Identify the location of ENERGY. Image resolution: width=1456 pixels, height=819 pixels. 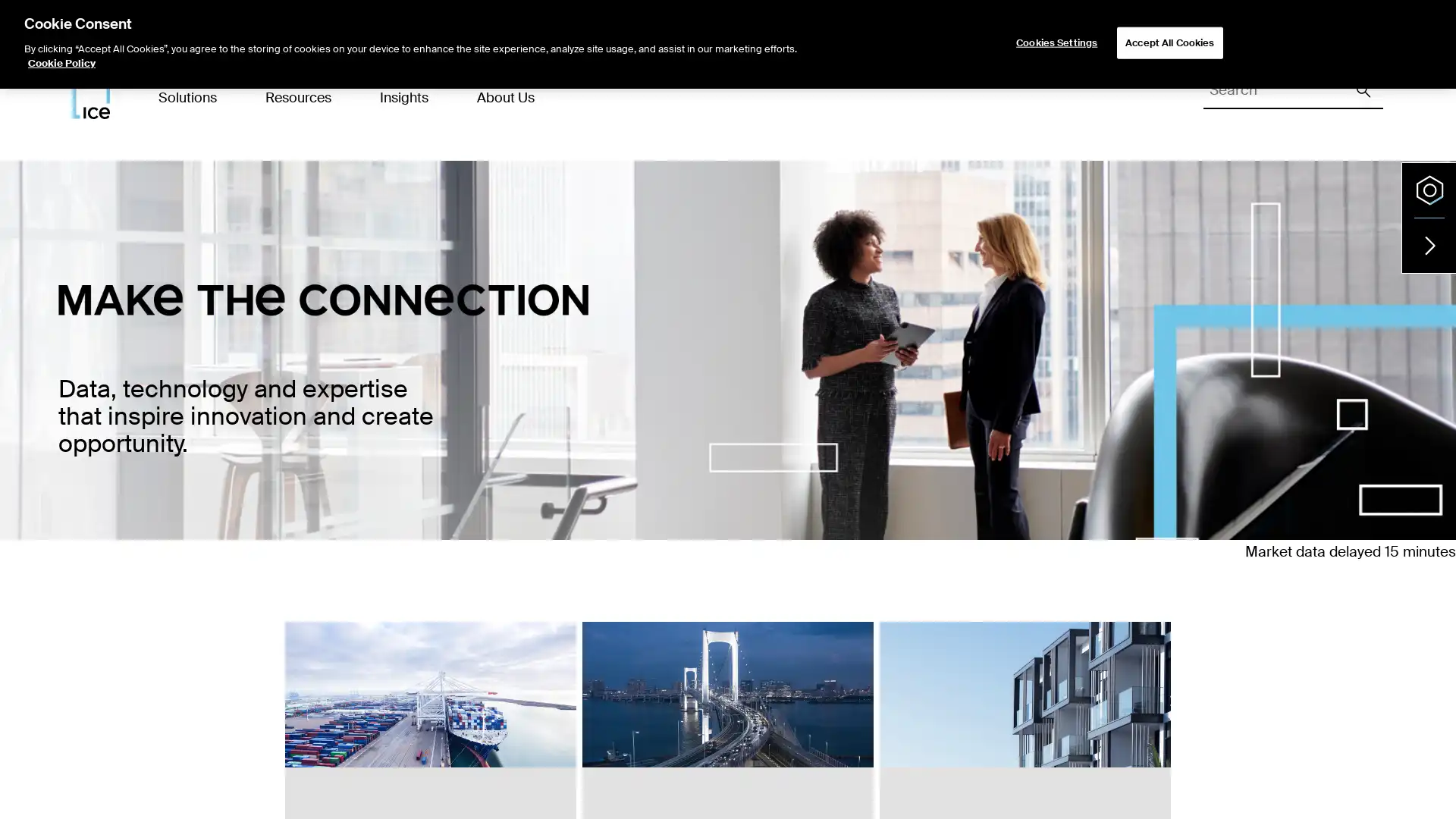
(85, 565).